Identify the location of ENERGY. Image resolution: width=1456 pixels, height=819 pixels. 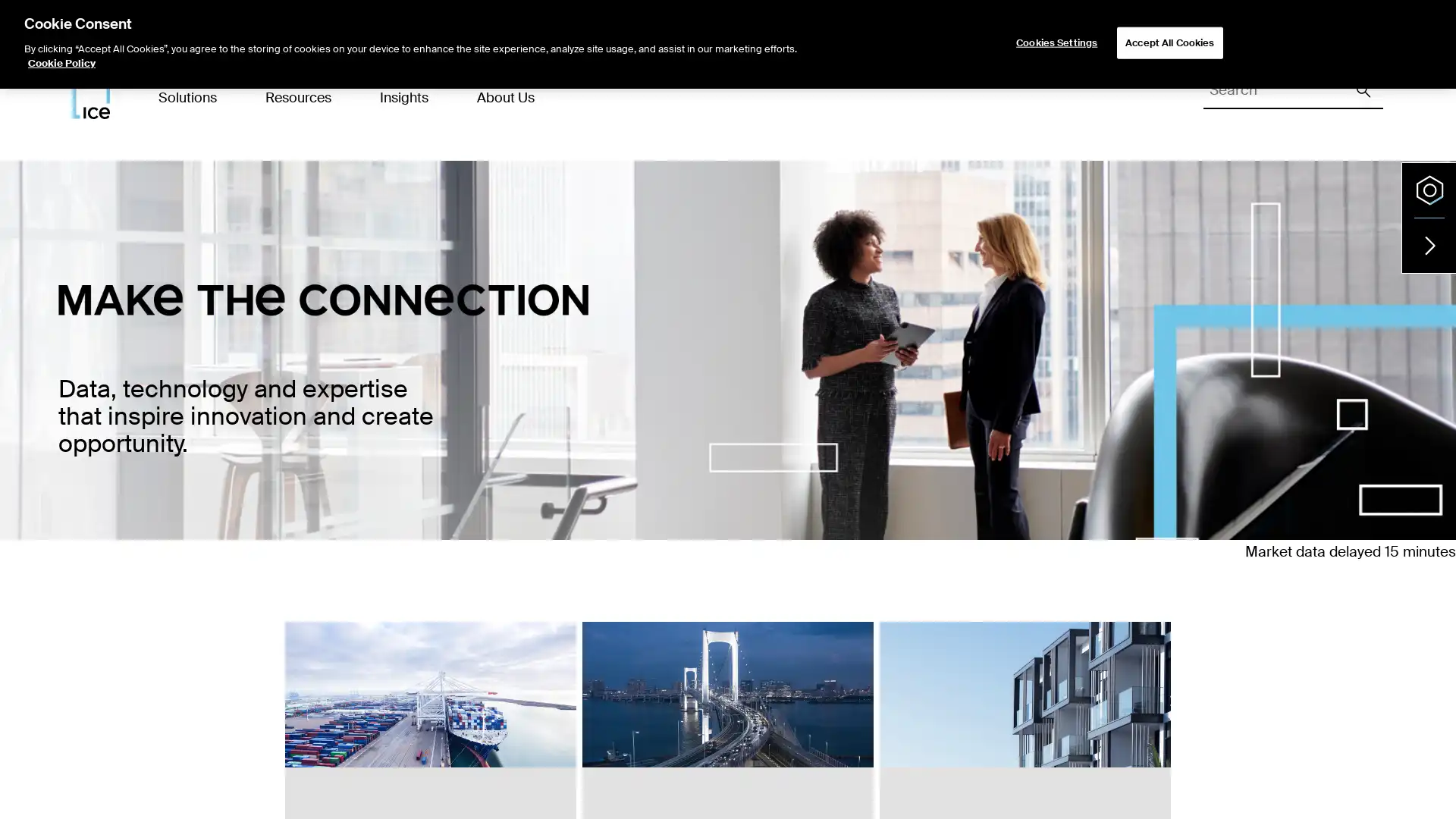
(85, 565).